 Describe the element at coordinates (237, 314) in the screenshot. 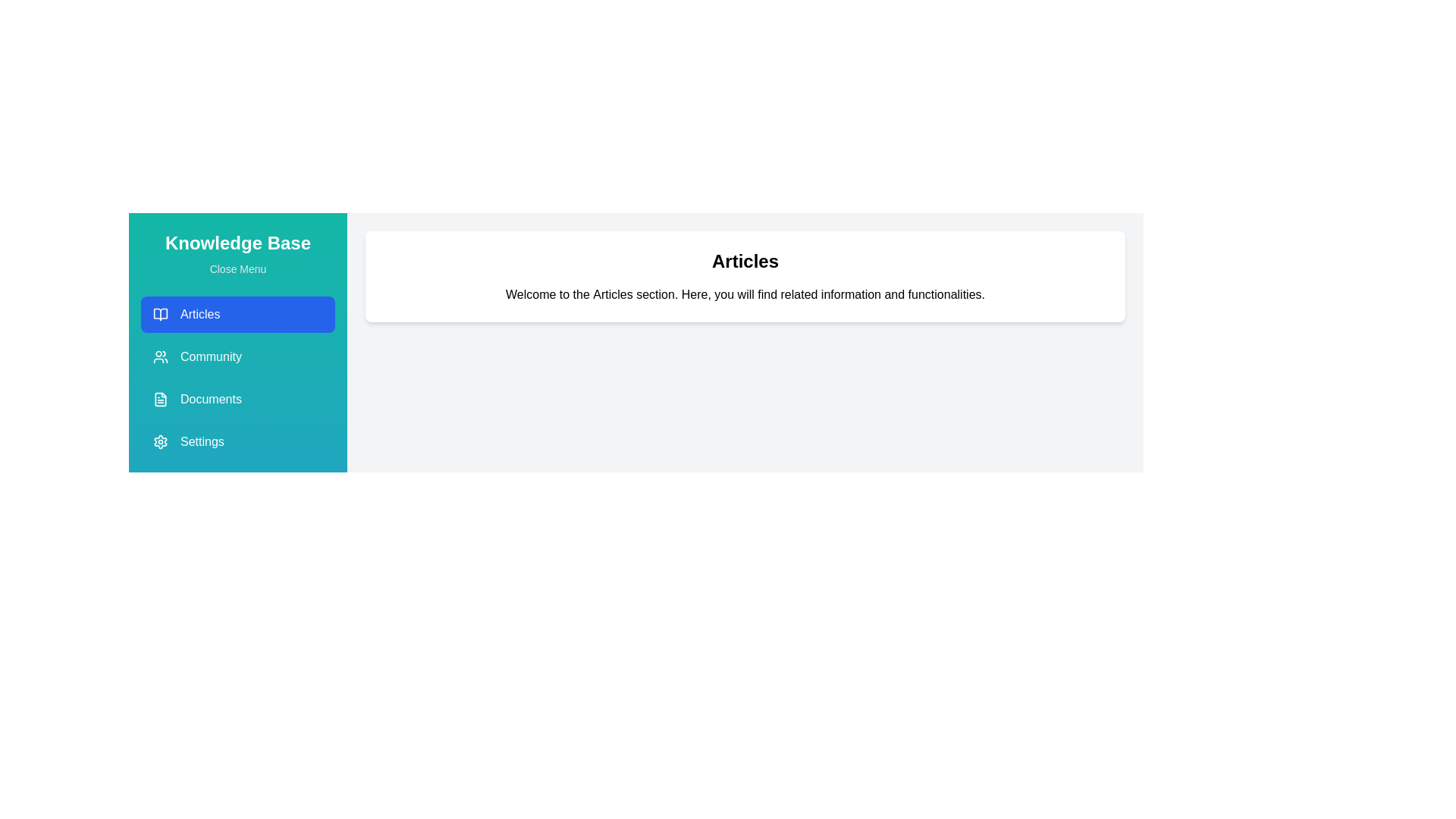

I see `the menu section Articles` at that location.